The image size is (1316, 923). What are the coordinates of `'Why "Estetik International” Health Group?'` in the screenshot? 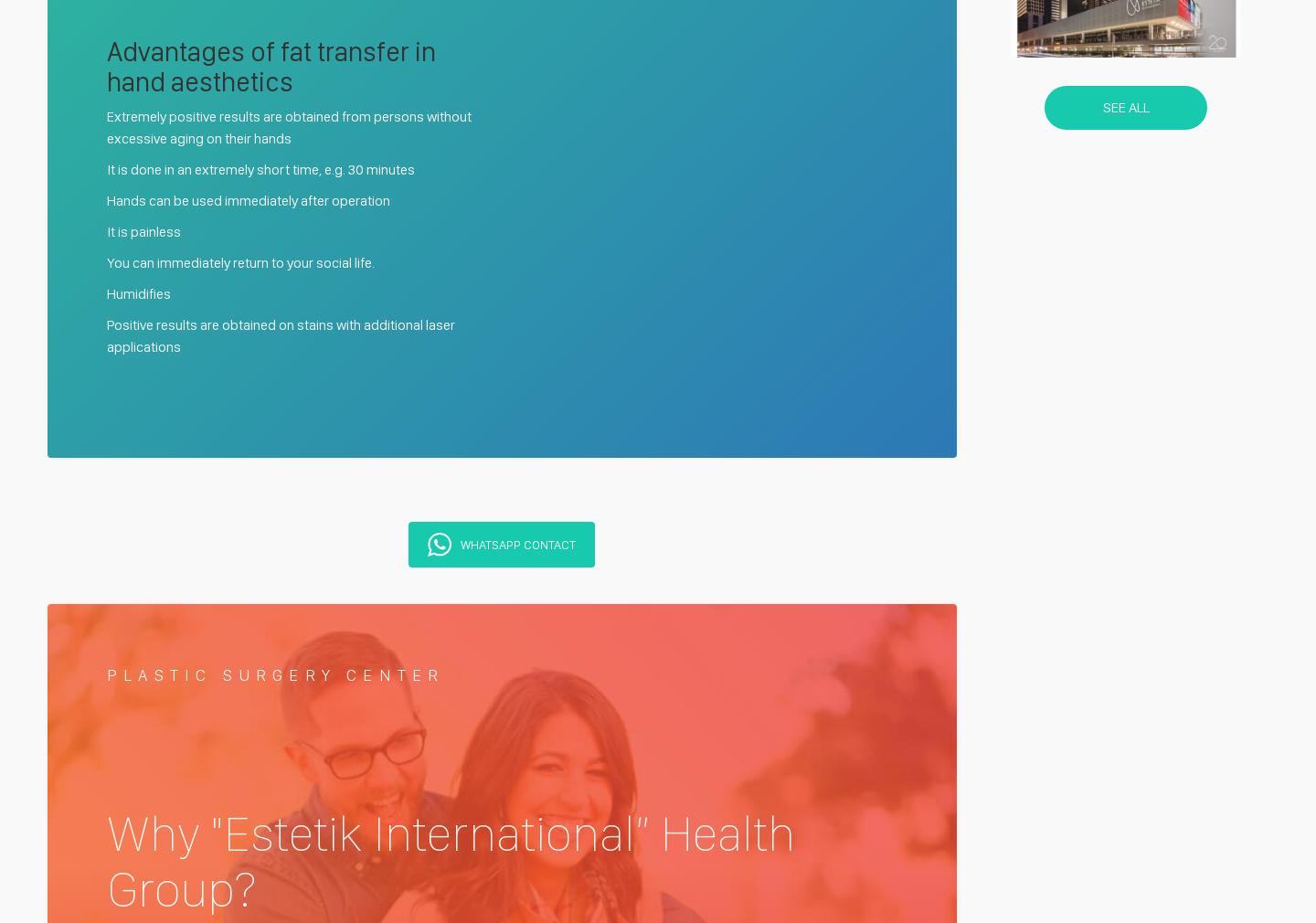 It's located at (450, 860).